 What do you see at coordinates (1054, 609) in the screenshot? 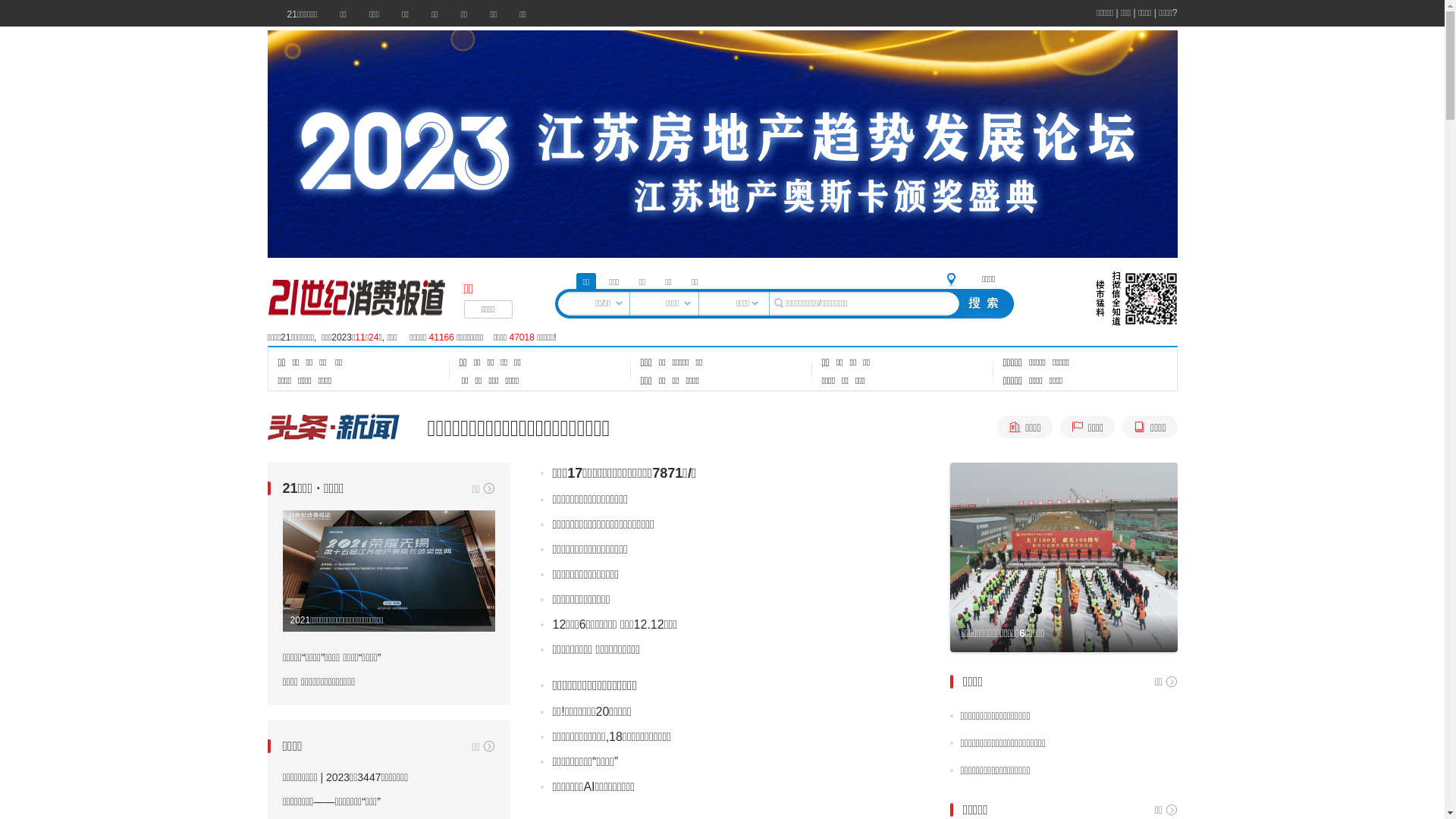
I see `'3'` at bounding box center [1054, 609].